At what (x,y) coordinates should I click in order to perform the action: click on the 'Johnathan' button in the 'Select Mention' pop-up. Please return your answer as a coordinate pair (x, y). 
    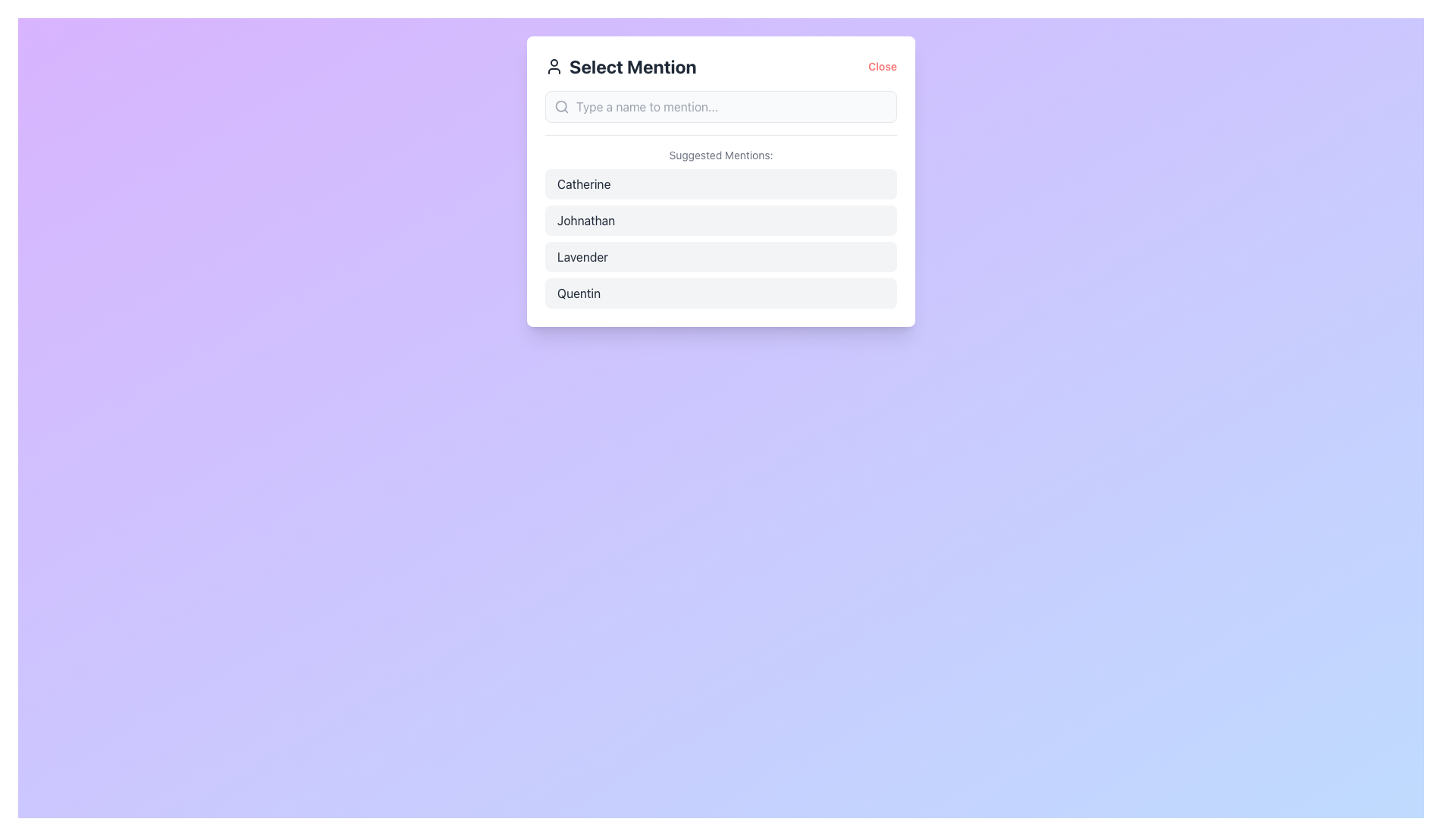
    Looking at the image, I should click on (720, 220).